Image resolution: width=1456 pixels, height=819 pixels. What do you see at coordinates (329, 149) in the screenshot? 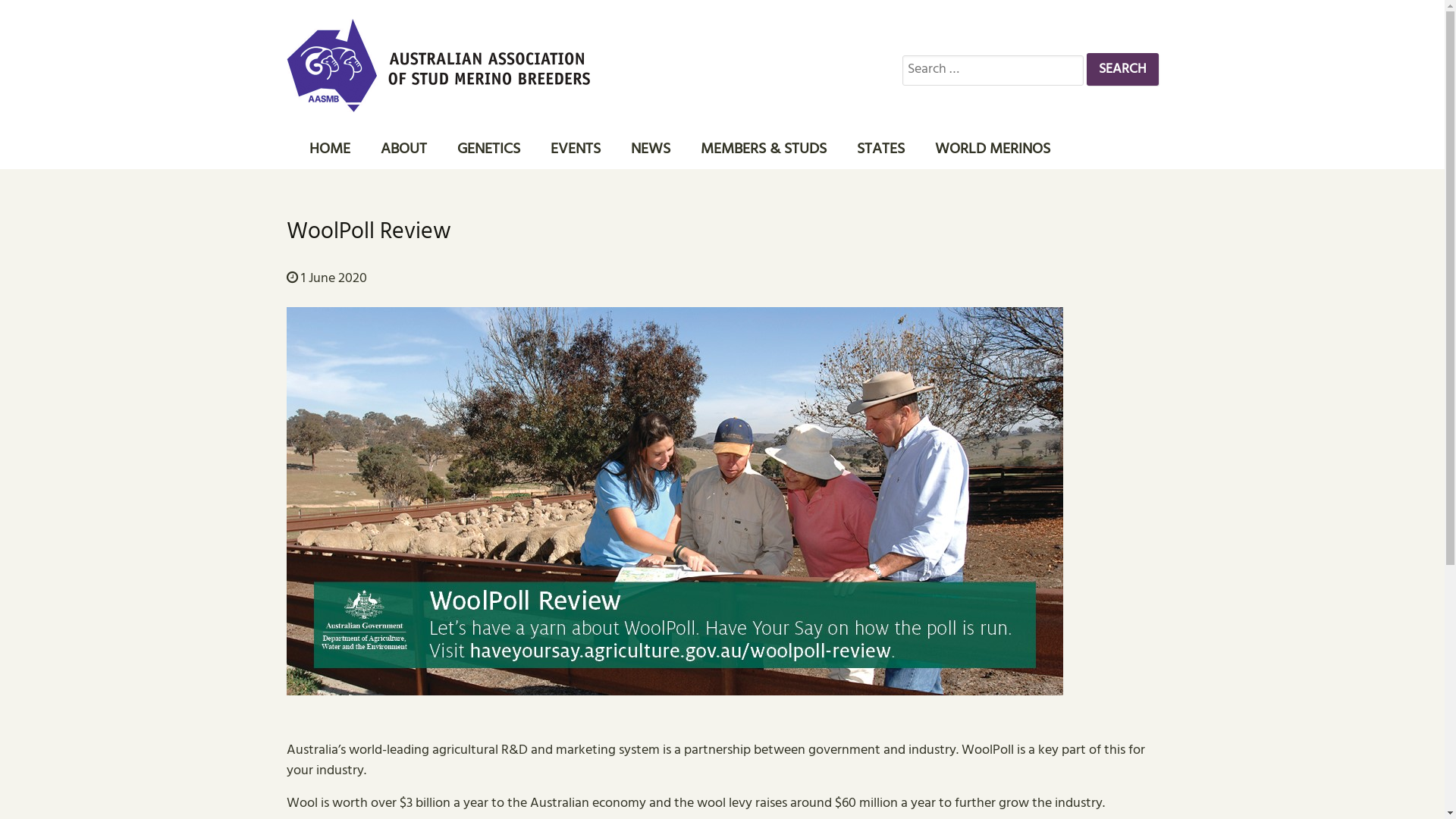
I see `'HOME'` at bounding box center [329, 149].